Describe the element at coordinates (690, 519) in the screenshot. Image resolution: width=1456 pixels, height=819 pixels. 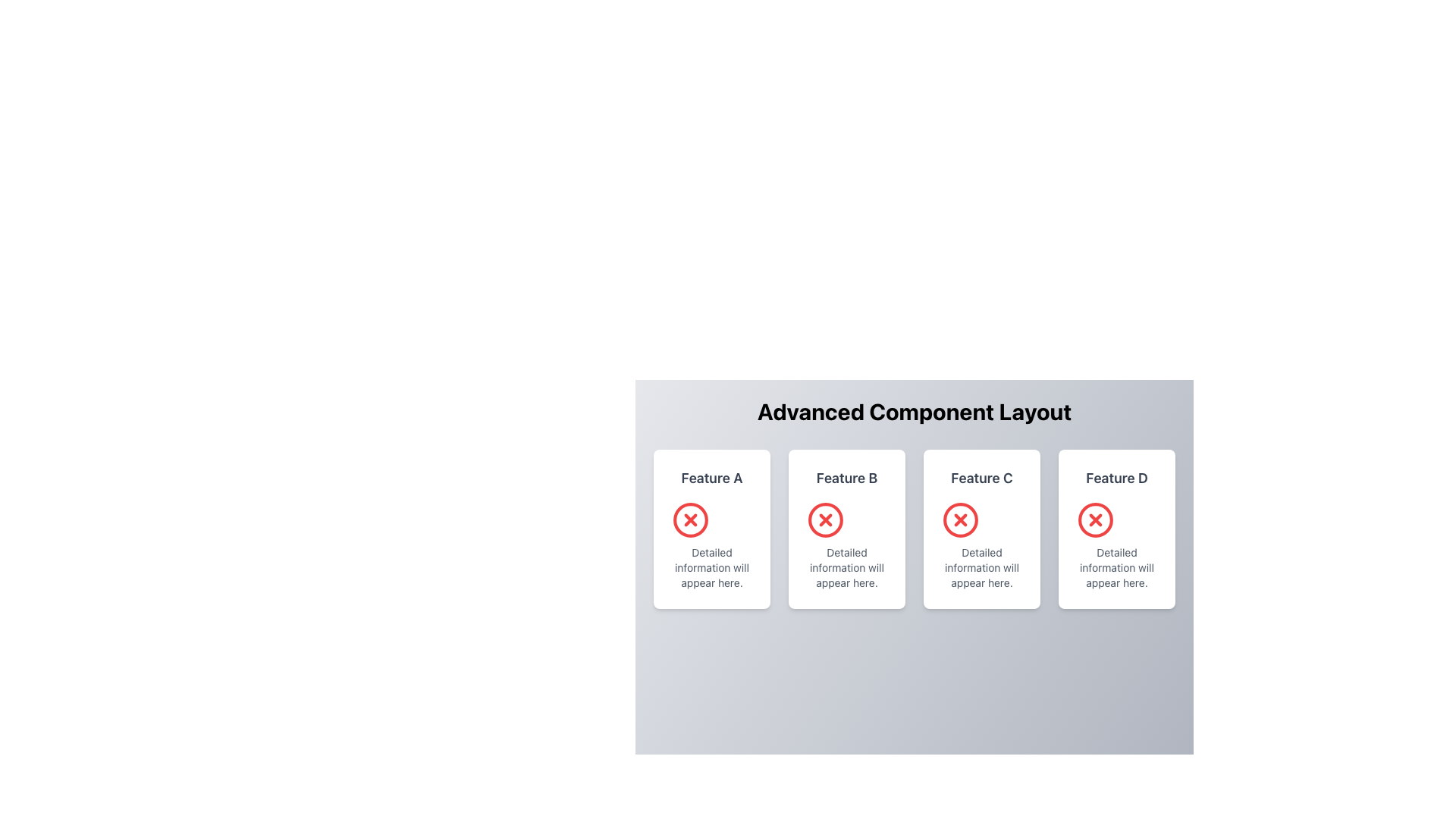
I see `the close or cancel icon located in the leftmost card labeled 'Feature A', centered horizontally and positioned below the title with spacing above the text 'Detailed information will appear here'` at that location.